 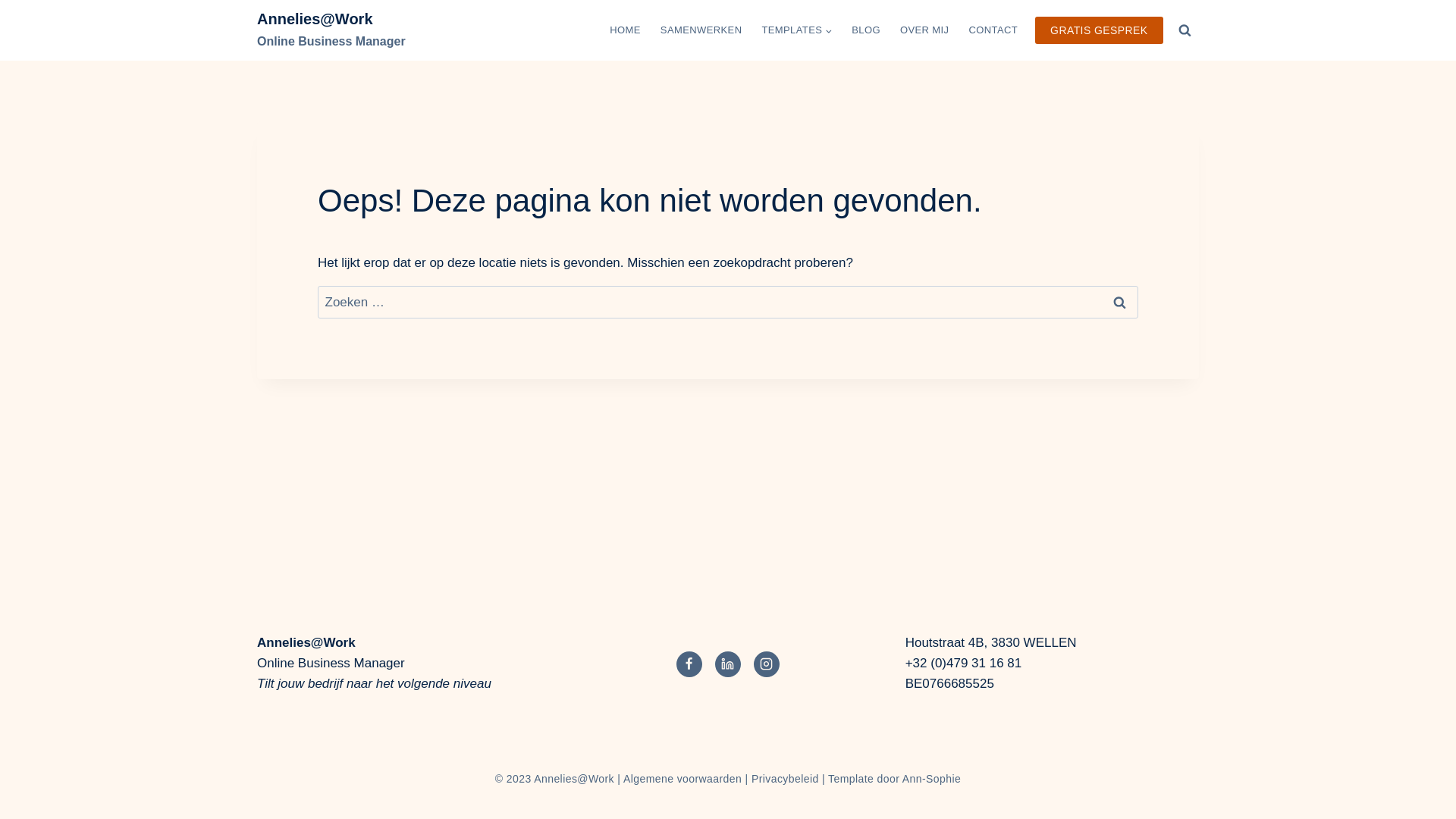 What do you see at coordinates (795, 30) in the screenshot?
I see `'TEMPLATES'` at bounding box center [795, 30].